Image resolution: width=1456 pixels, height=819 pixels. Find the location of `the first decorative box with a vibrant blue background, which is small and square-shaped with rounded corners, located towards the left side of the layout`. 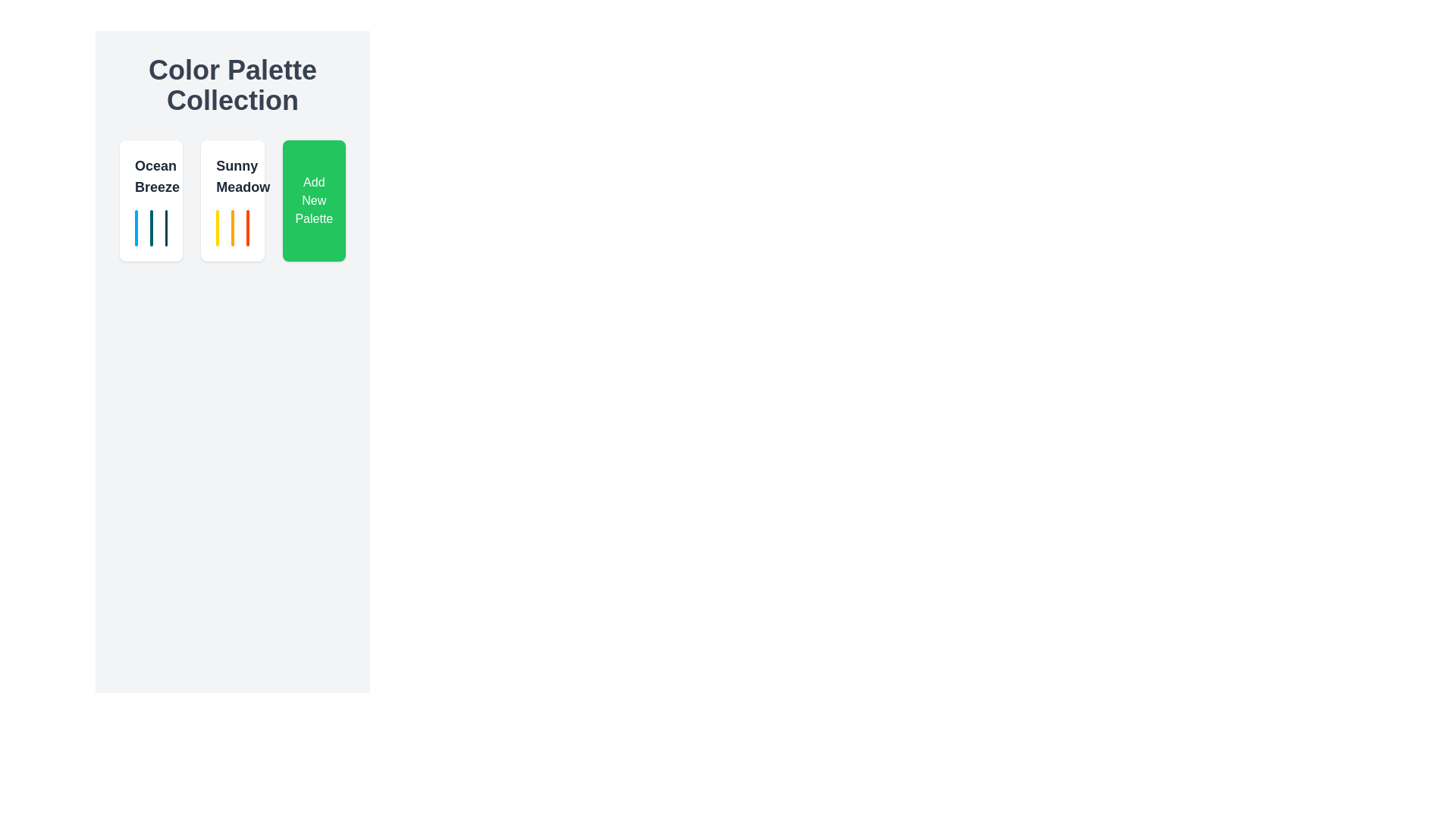

the first decorative box with a vibrant blue background, which is small and square-shaped with rounded corners, located towards the left side of the layout is located at coordinates (136, 227).